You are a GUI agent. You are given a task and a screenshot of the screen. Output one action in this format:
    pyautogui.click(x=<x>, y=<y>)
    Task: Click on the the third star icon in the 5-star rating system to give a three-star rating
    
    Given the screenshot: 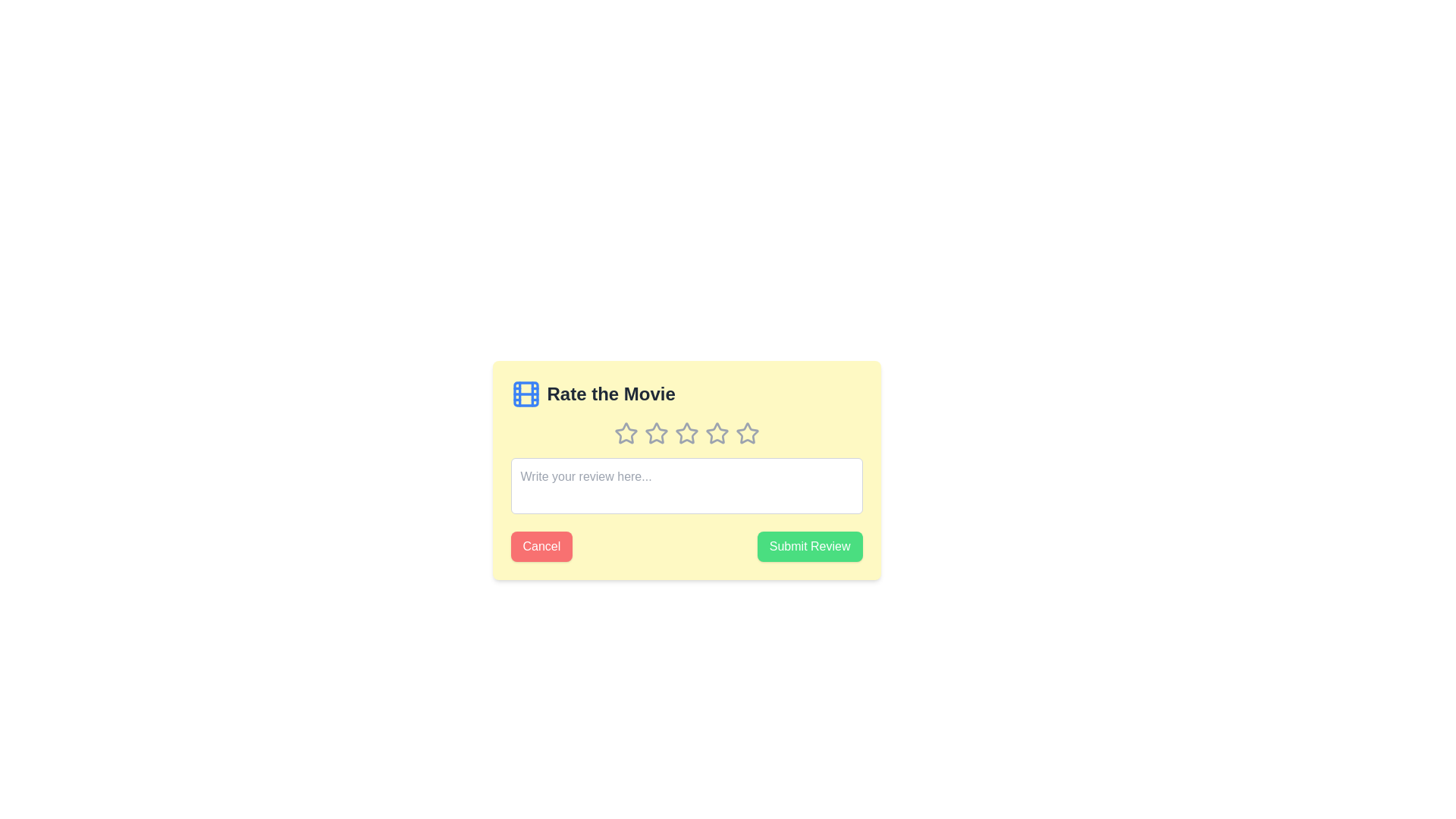 What is the action you would take?
    pyautogui.click(x=716, y=432)
    